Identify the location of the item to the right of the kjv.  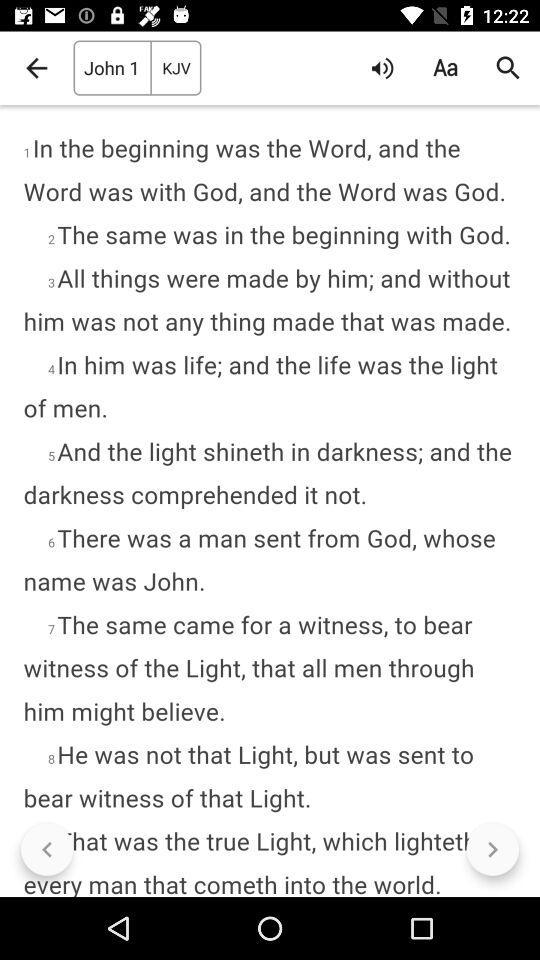
(382, 68).